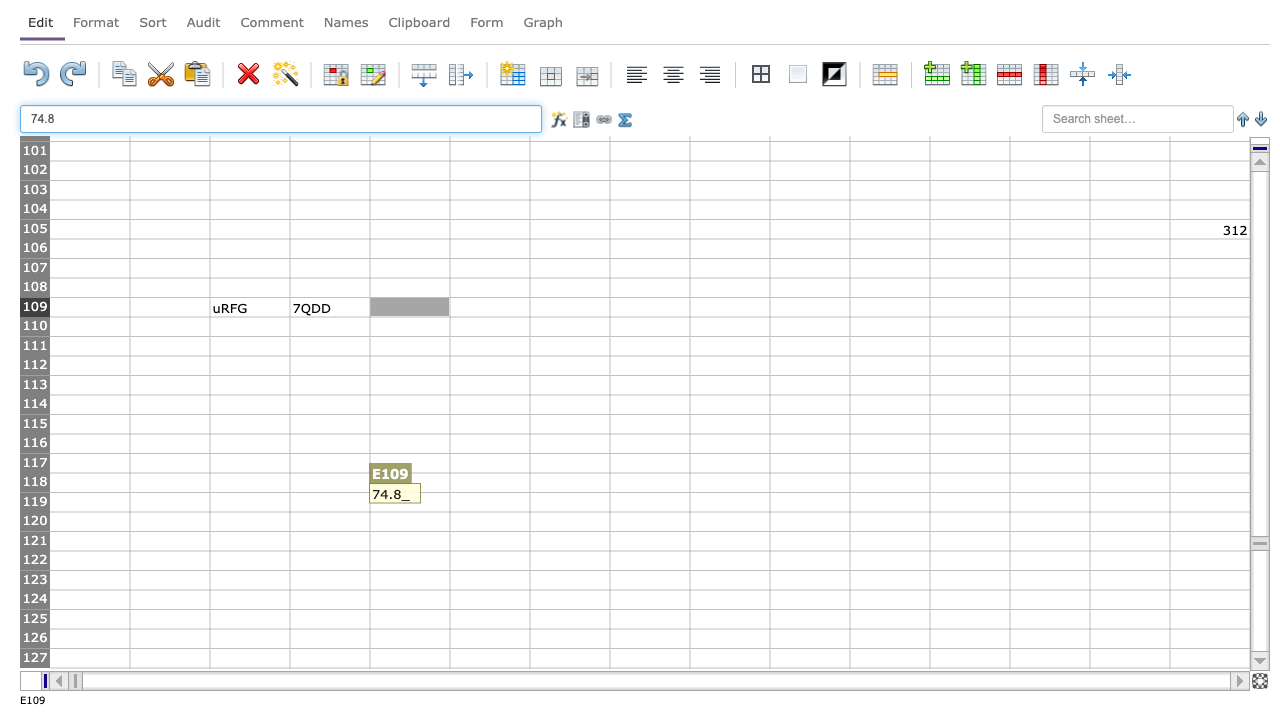  What do you see at coordinates (568, 501) in the screenshot?
I see `cell G119` at bounding box center [568, 501].